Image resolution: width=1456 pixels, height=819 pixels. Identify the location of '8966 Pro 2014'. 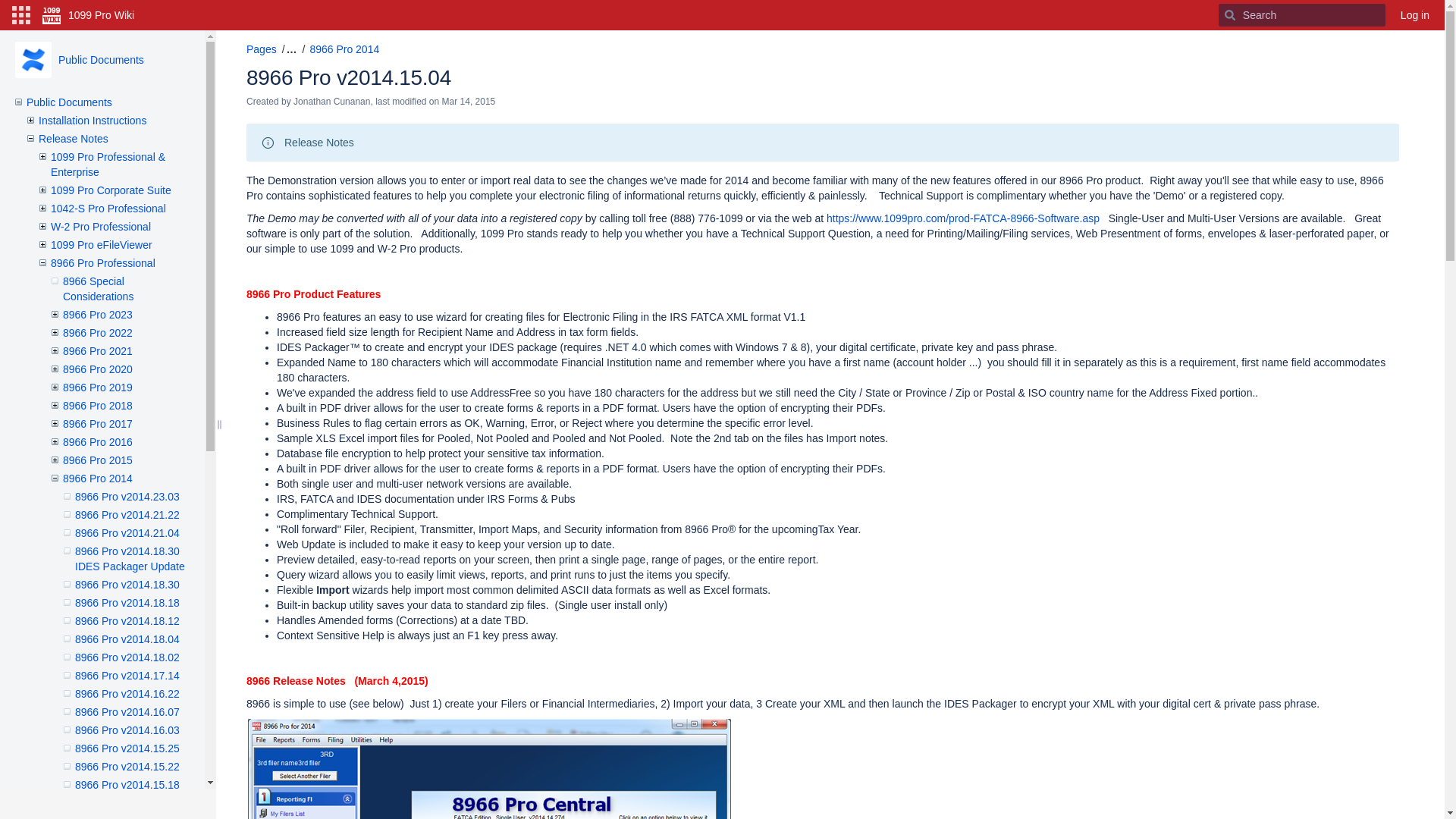
(344, 49).